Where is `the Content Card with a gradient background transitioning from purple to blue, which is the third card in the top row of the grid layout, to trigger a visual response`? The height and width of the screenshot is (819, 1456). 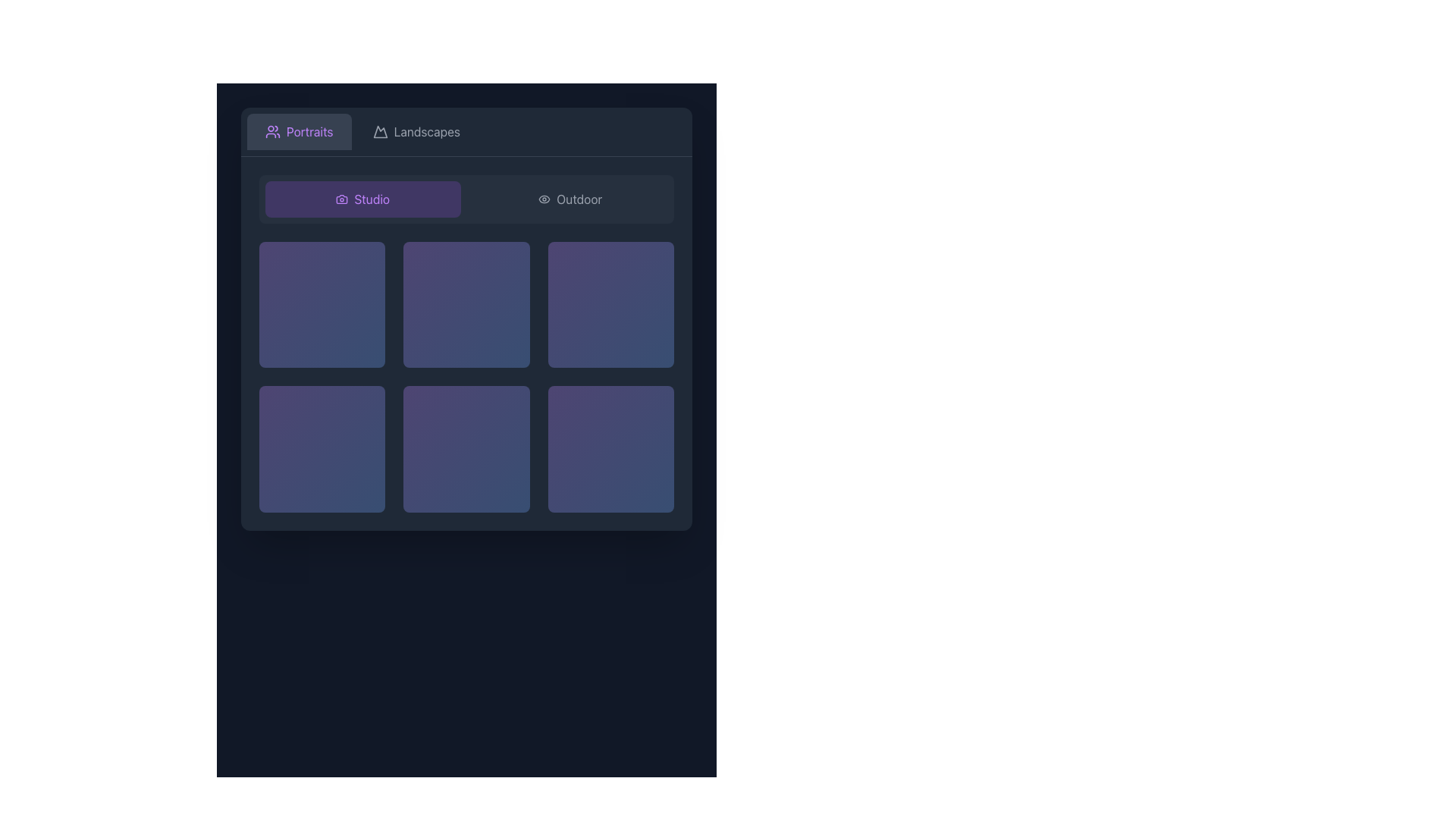
the Content Card with a gradient background transitioning from purple to blue, which is the third card in the top row of the grid layout, to trigger a visual response is located at coordinates (610, 305).